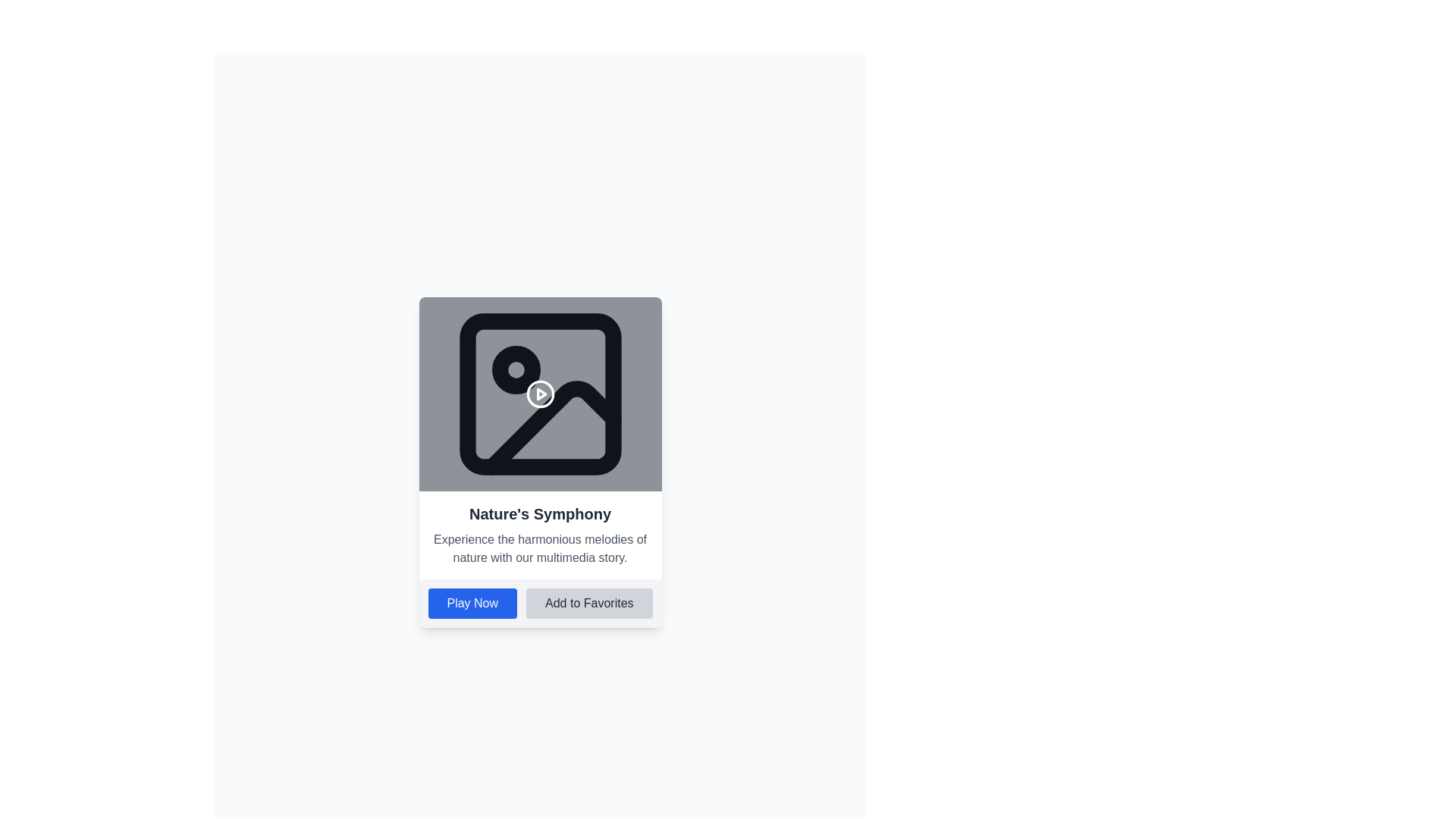  Describe the element at coordinates (540, 394) in the screenshot. I see `the first SVG rectangle element that serves as a decorative or structural part of the graphic representation within the card` at that location.